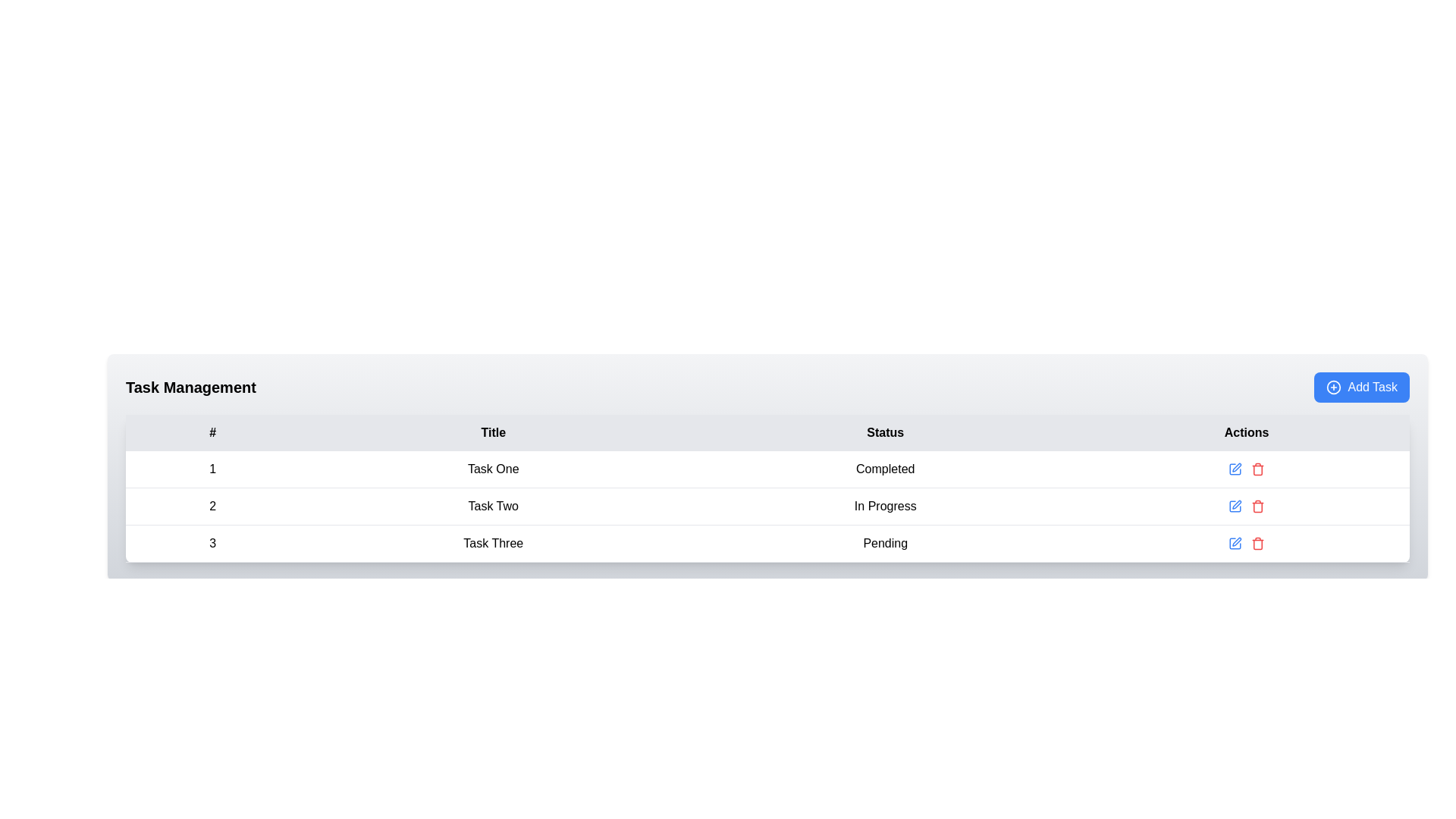 The height and width of the screenshot is (819, 1456). Describe the element at coordinates (1333, 386) in the screenshot. I see `the SVG Circle element that indicates the 'Add Task' functionality, which is part of the button with text 'Add Task' located in the top-right corner of the table interface` at that location.